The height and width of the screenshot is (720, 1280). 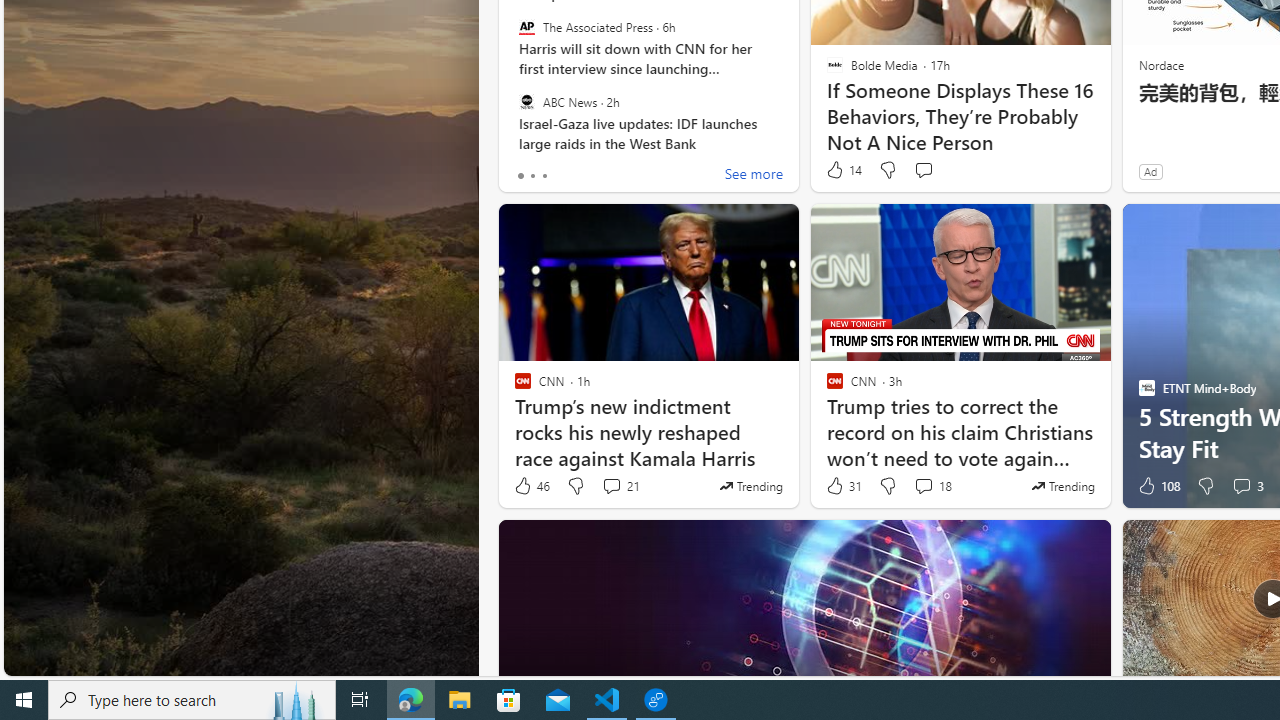 I want to click on '46 Like', so click(x=531, y=486).